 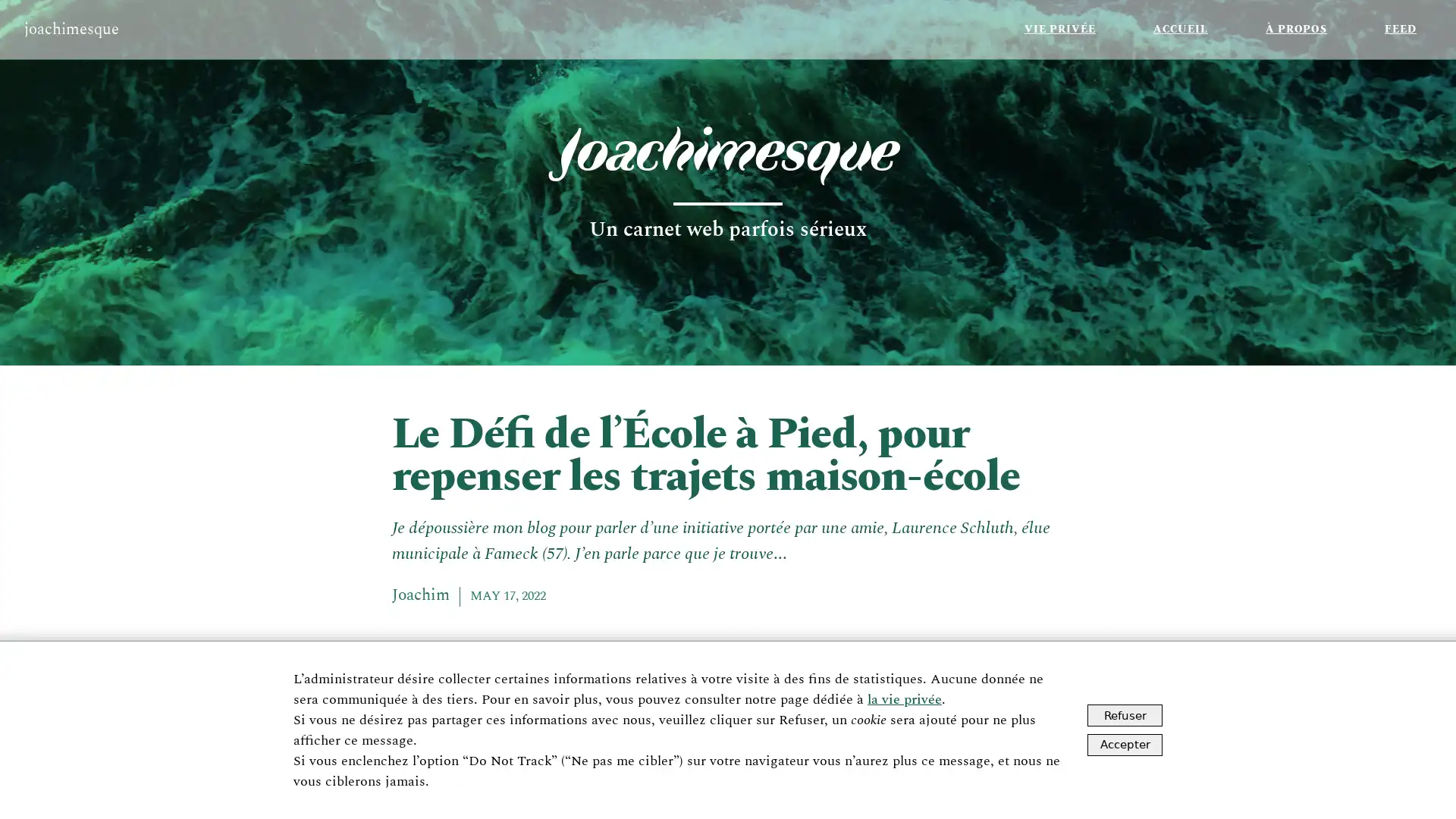 I want to click on Accepter, so click(x=1125, y=743).